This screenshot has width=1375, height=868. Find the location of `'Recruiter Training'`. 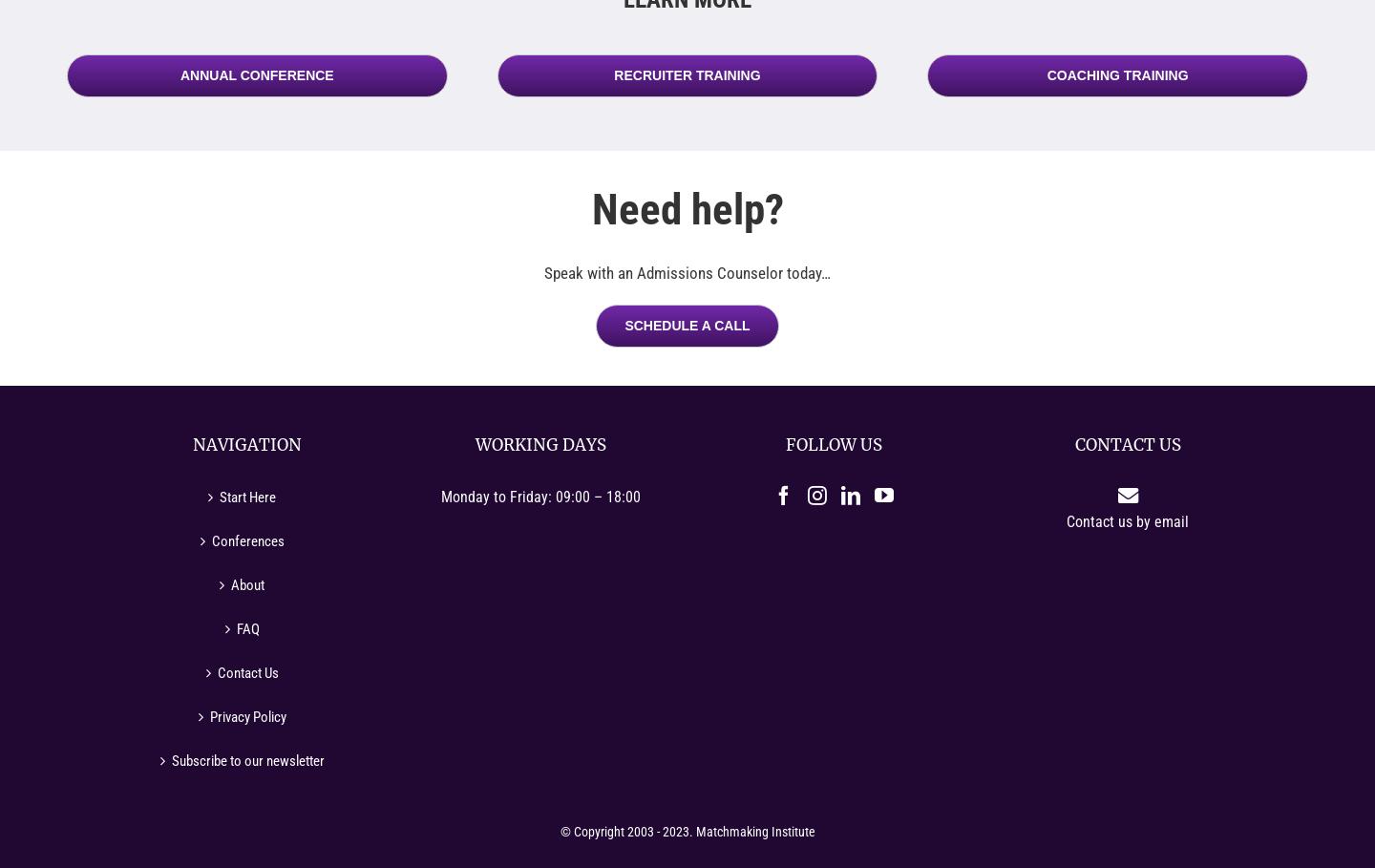

'Recruiter Training' is located at coordinates (687, 74).